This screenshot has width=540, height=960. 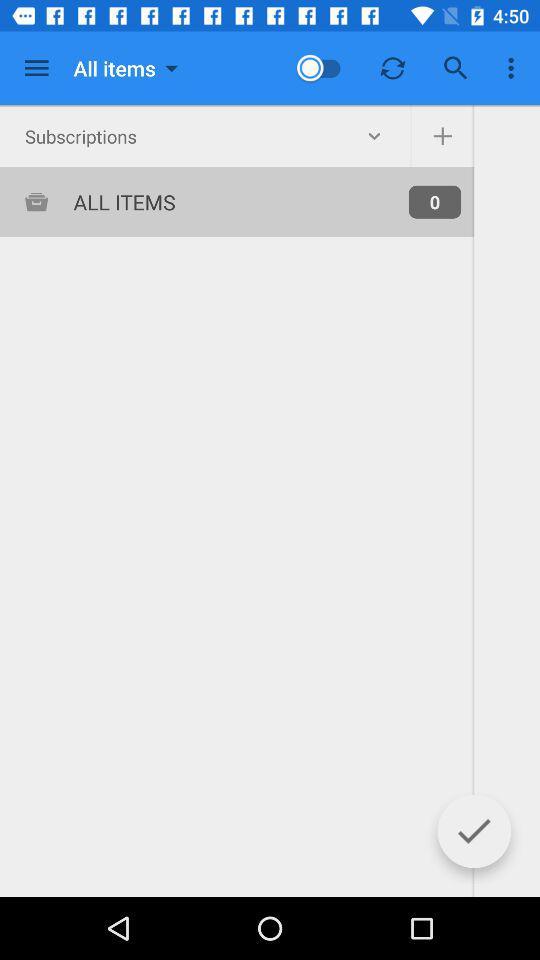 What do you see at coordinates (442, 135) in the screenshot?
I see `the add icon` at bounding box center [442, 135].